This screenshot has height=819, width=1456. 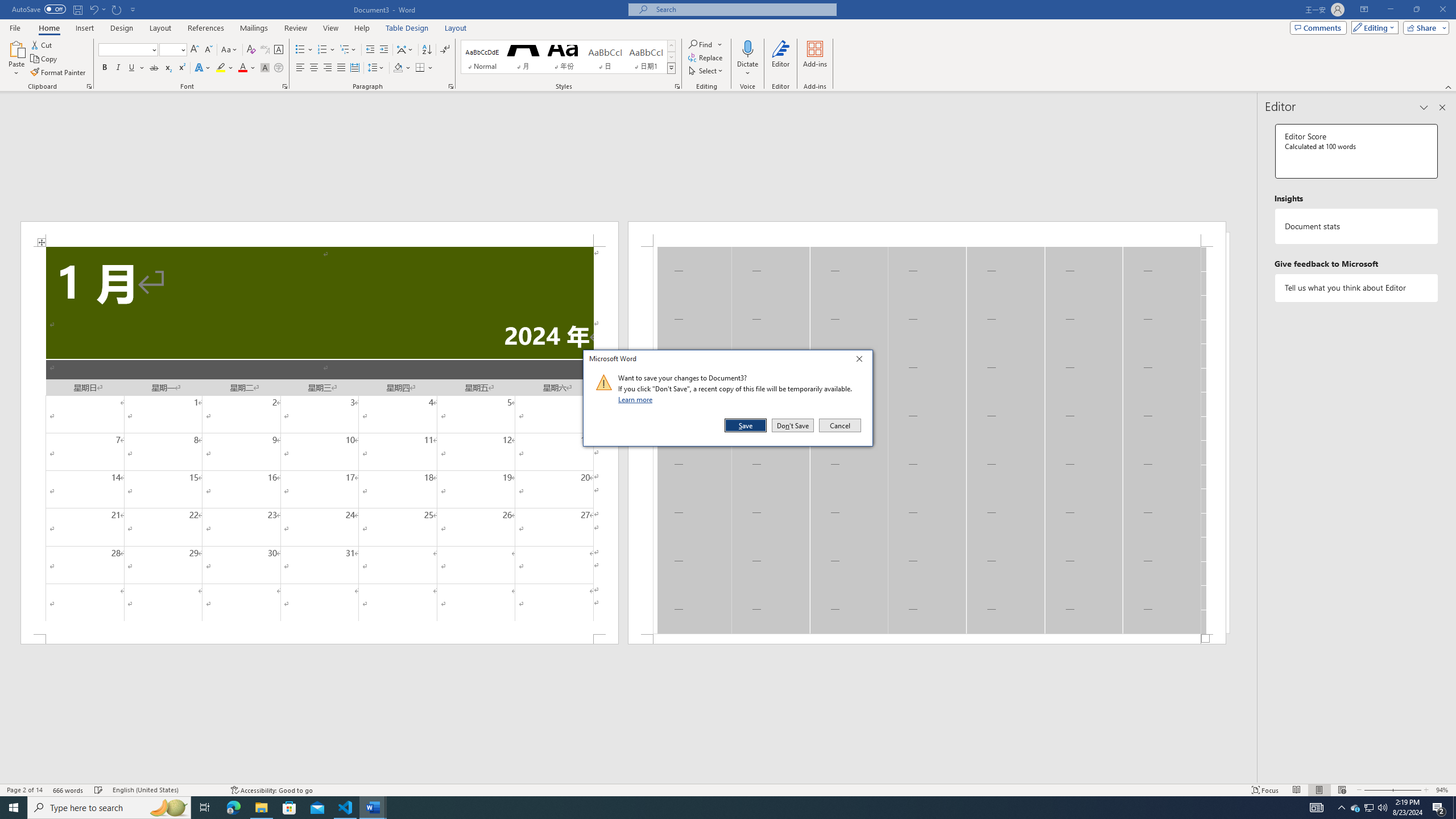 What do you see at coordinates (407, 28) in the screenshot?
I see `'Table Design'` at bounding box center [407, 28].